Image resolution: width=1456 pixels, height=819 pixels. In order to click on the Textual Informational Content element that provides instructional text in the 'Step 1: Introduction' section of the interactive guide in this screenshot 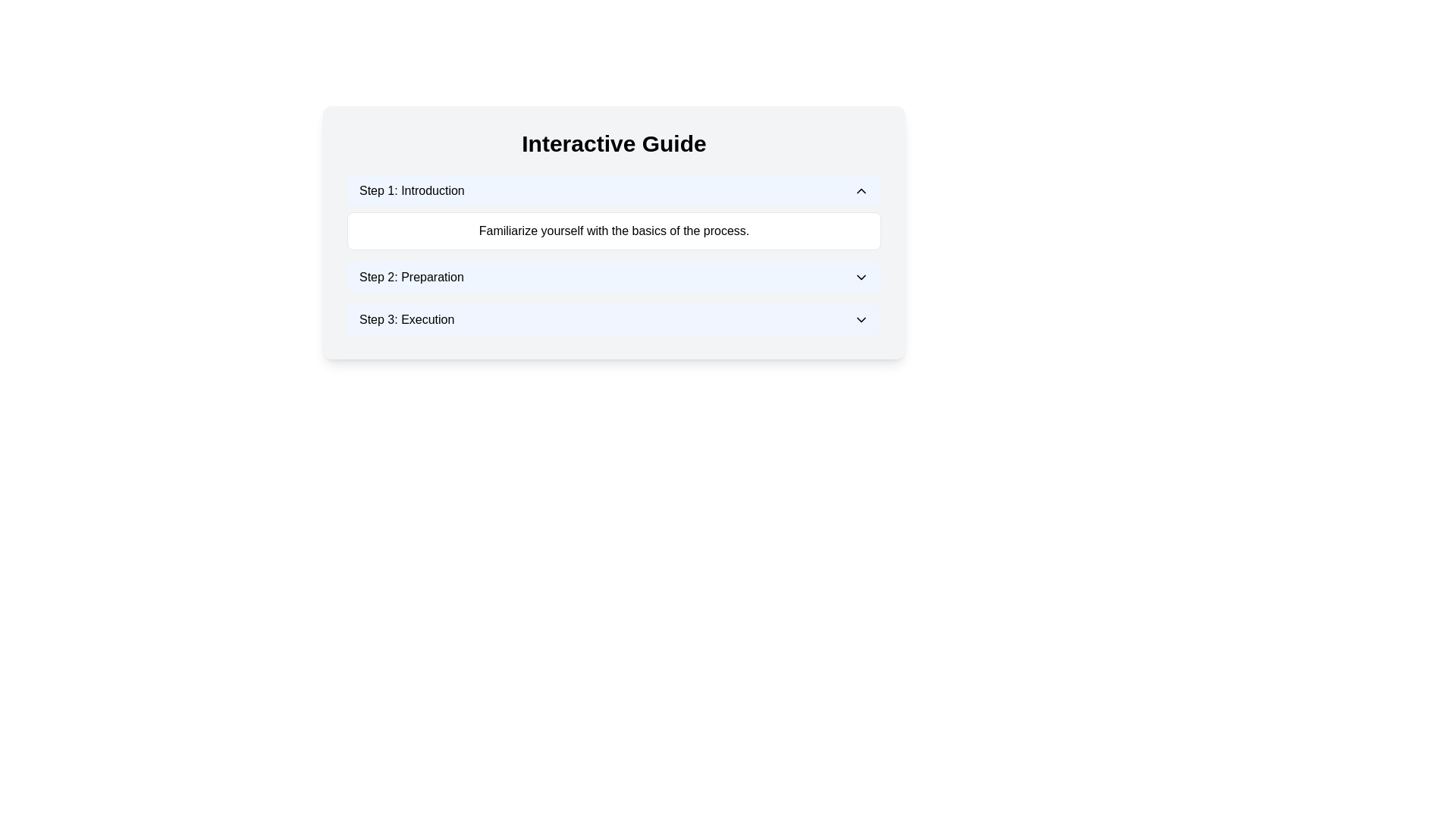, I will do `click(614, 231)`.